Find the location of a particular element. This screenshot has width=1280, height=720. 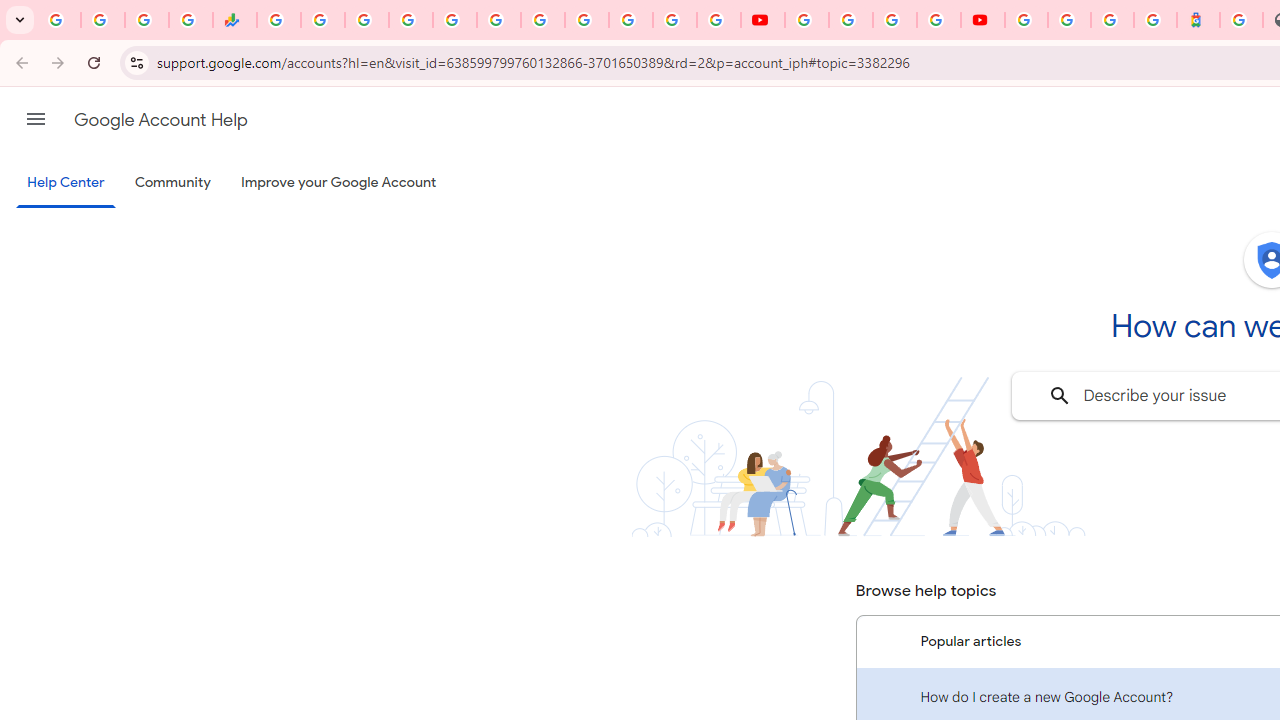

'Privacy Checkup' is located at coordinates (719, 20).